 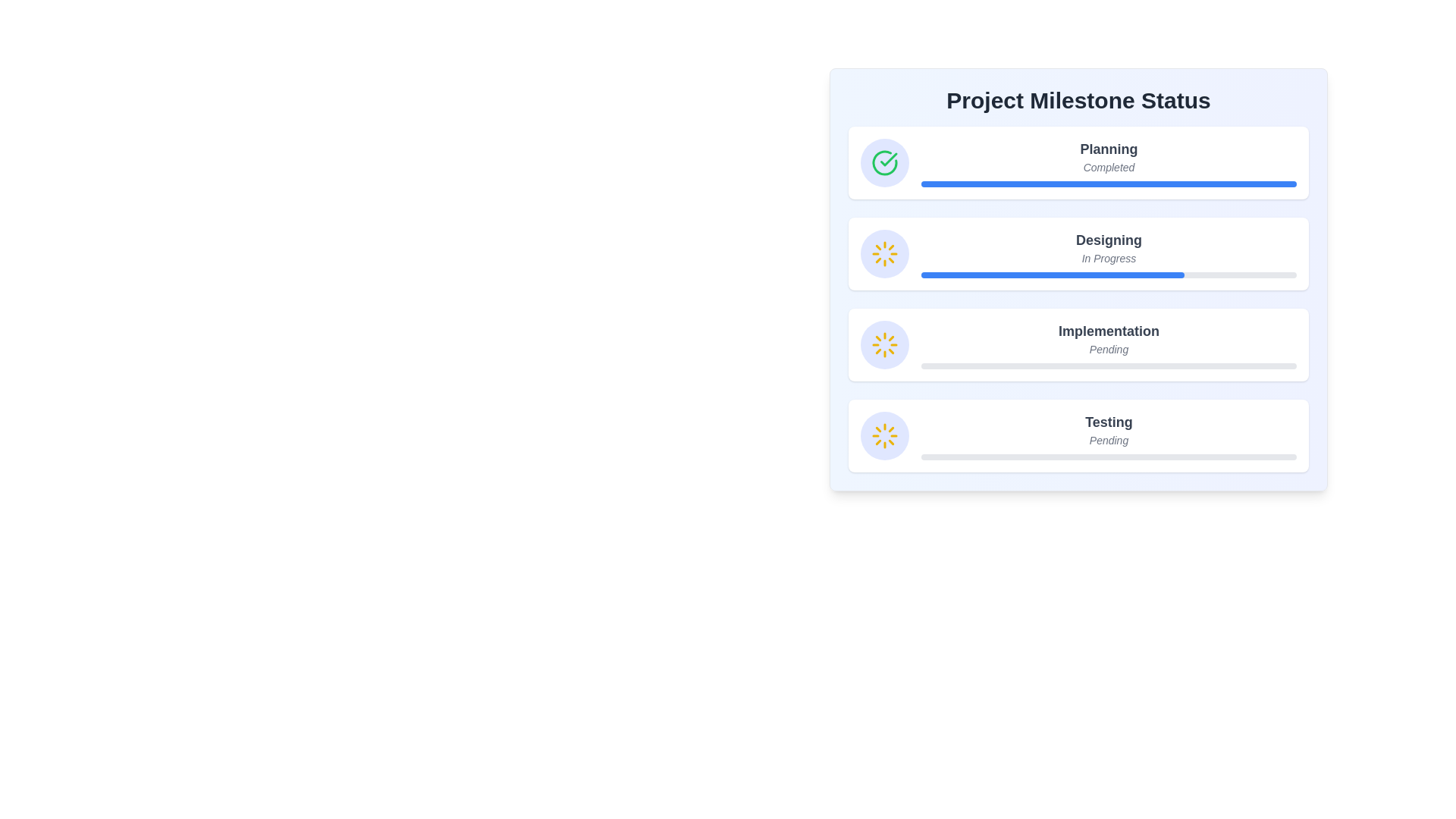 I want to click on the circular icon with a green outline and a checkmark in the center, located in the top-left corner of the 'Planning' card, which signifies a completed task, so click(x=884, y=163).